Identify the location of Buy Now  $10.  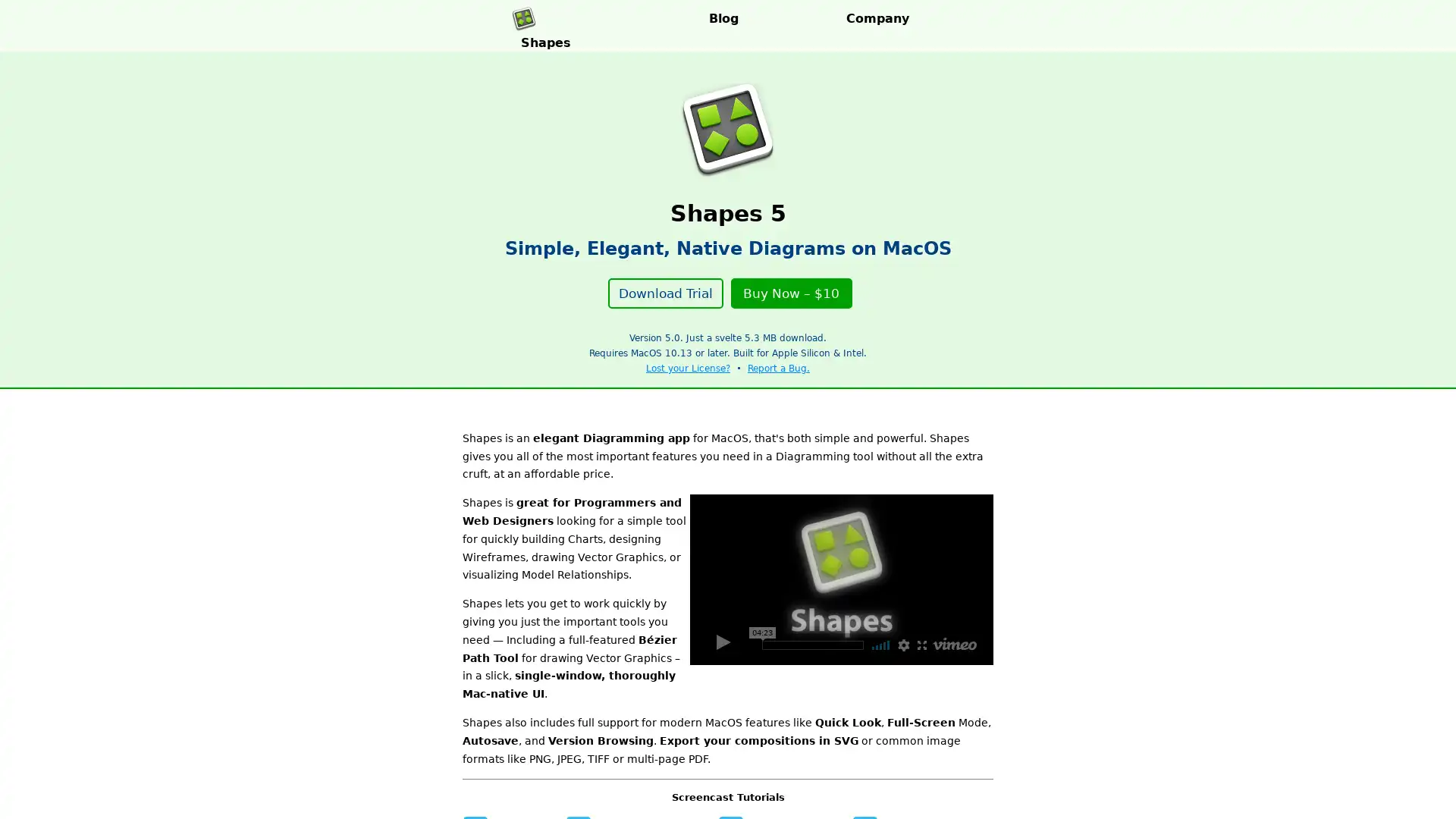
(789, 292).